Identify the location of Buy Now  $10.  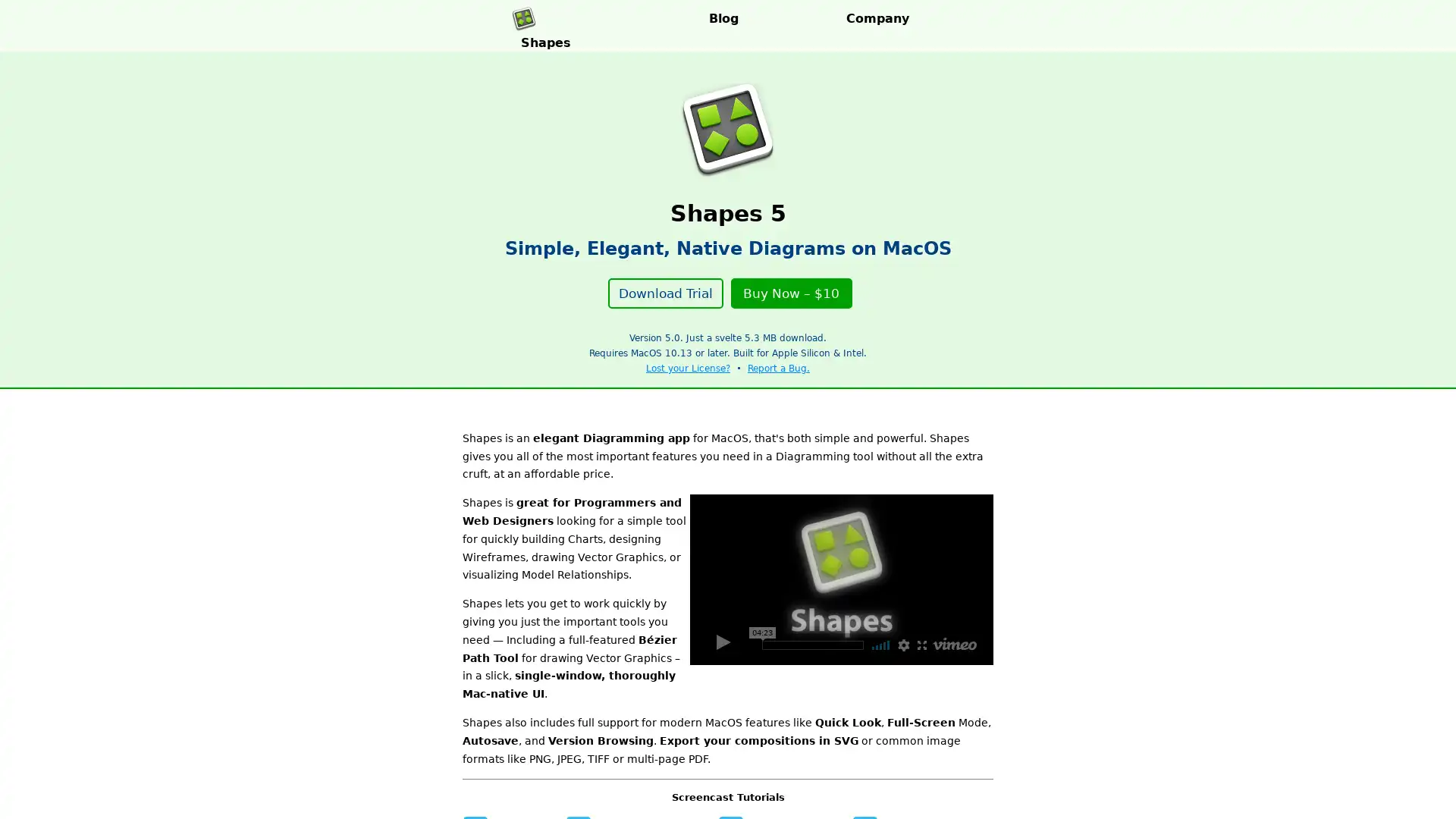
(789, 292).